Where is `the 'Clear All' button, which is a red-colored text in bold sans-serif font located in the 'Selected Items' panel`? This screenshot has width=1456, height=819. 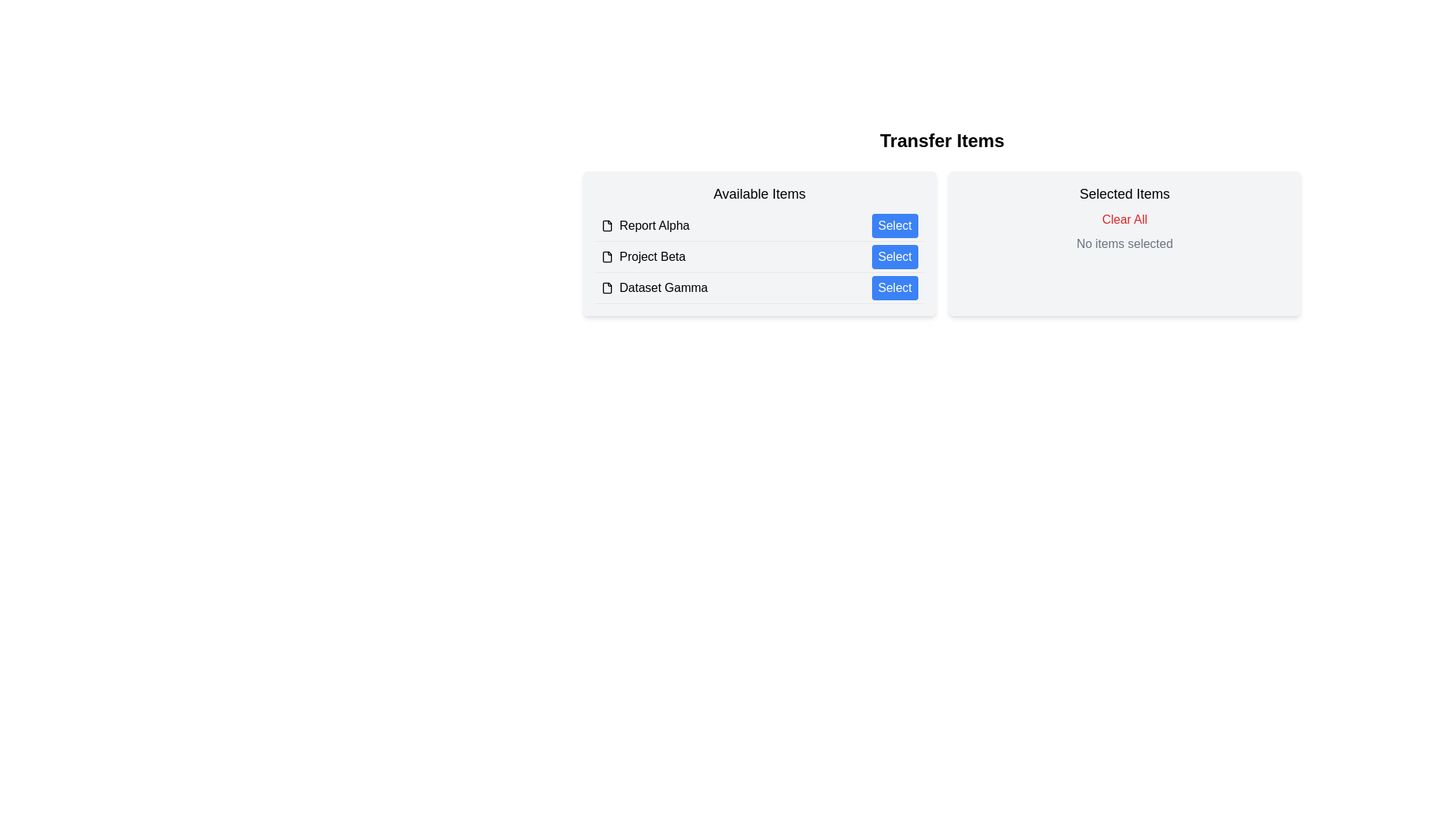 the 'Clear All' button, which is a red-colored text in bold sans-serif font located in the 'Selected Items' panel is located at coordinates (1125, 219).